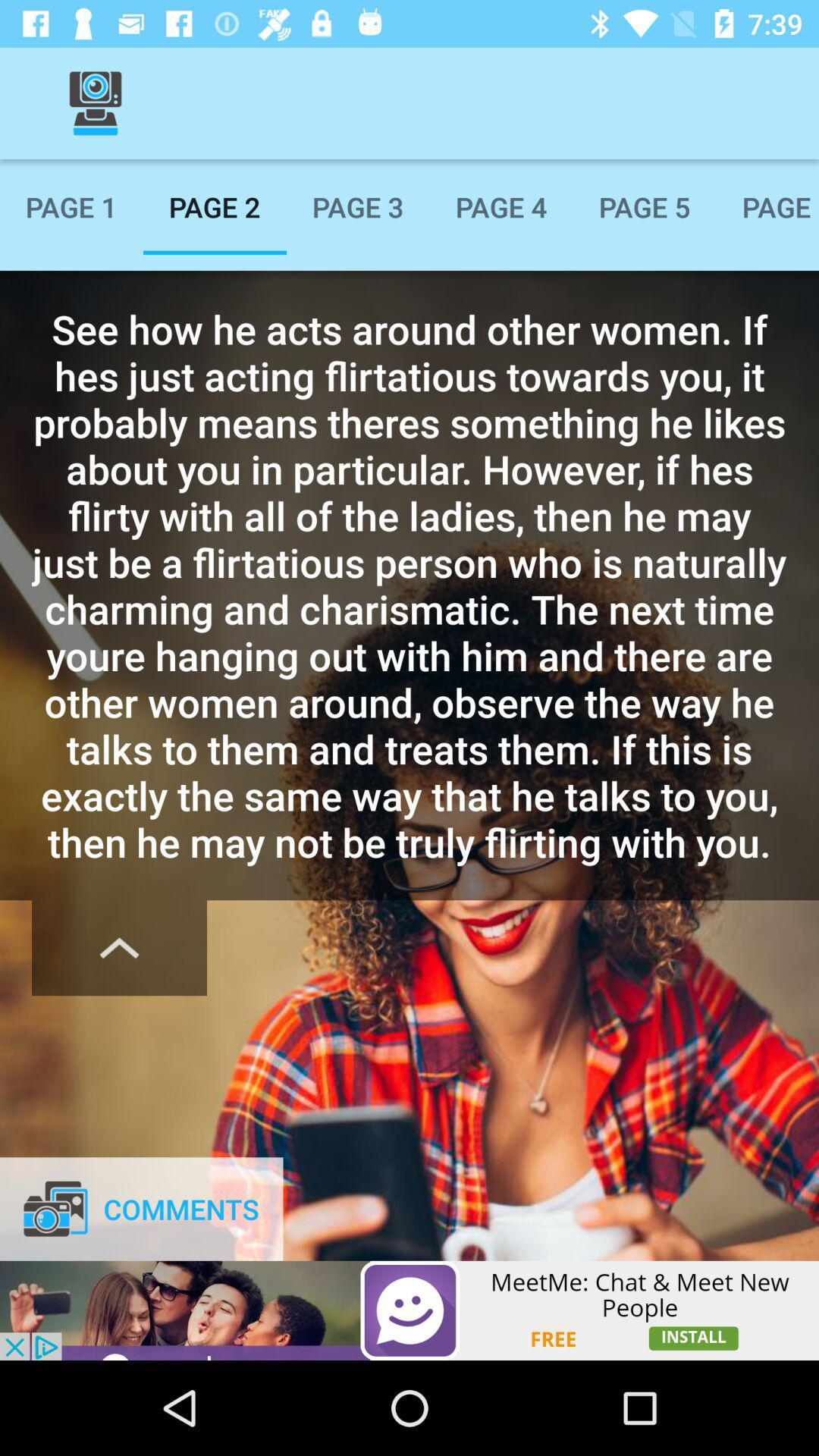  I want to click on a select option, so click(118, 947).